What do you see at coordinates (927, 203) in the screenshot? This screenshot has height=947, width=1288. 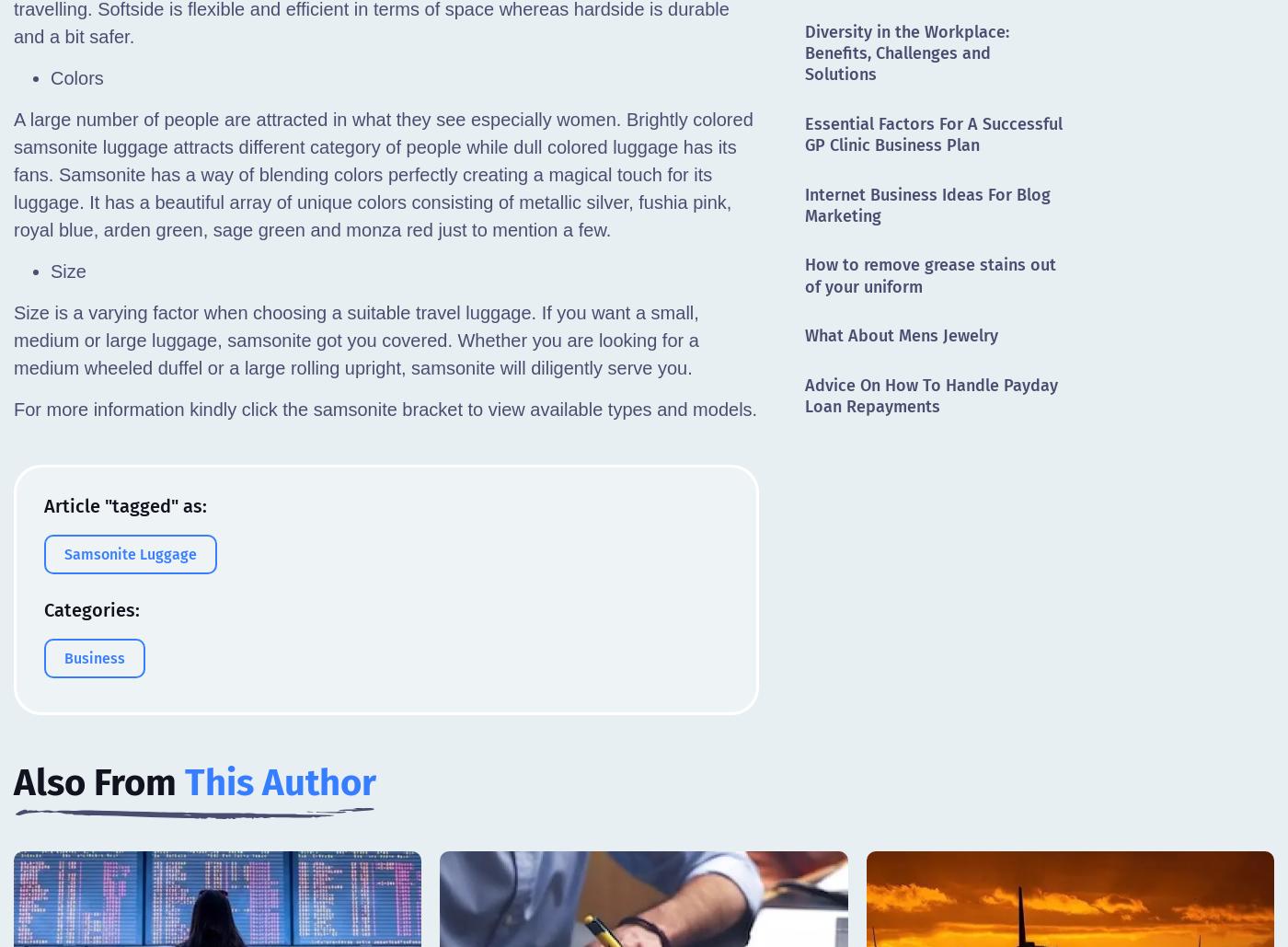 I see `'Internet Business Ideas For Blog Marketing'` at bounding box center [927, 203].